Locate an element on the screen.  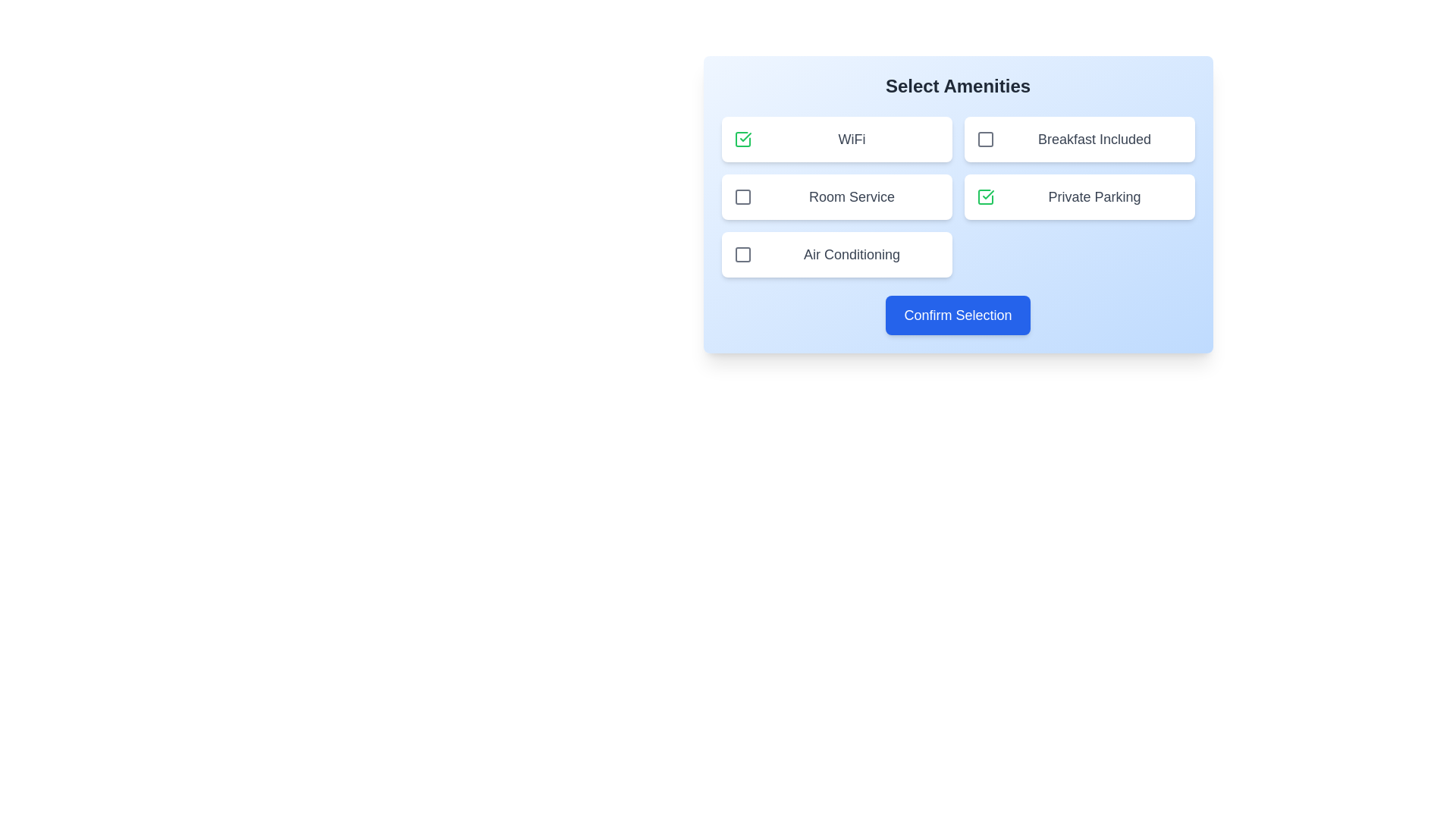
the checkbox for the 'Room Service' option is located at coordinates (742, 196).